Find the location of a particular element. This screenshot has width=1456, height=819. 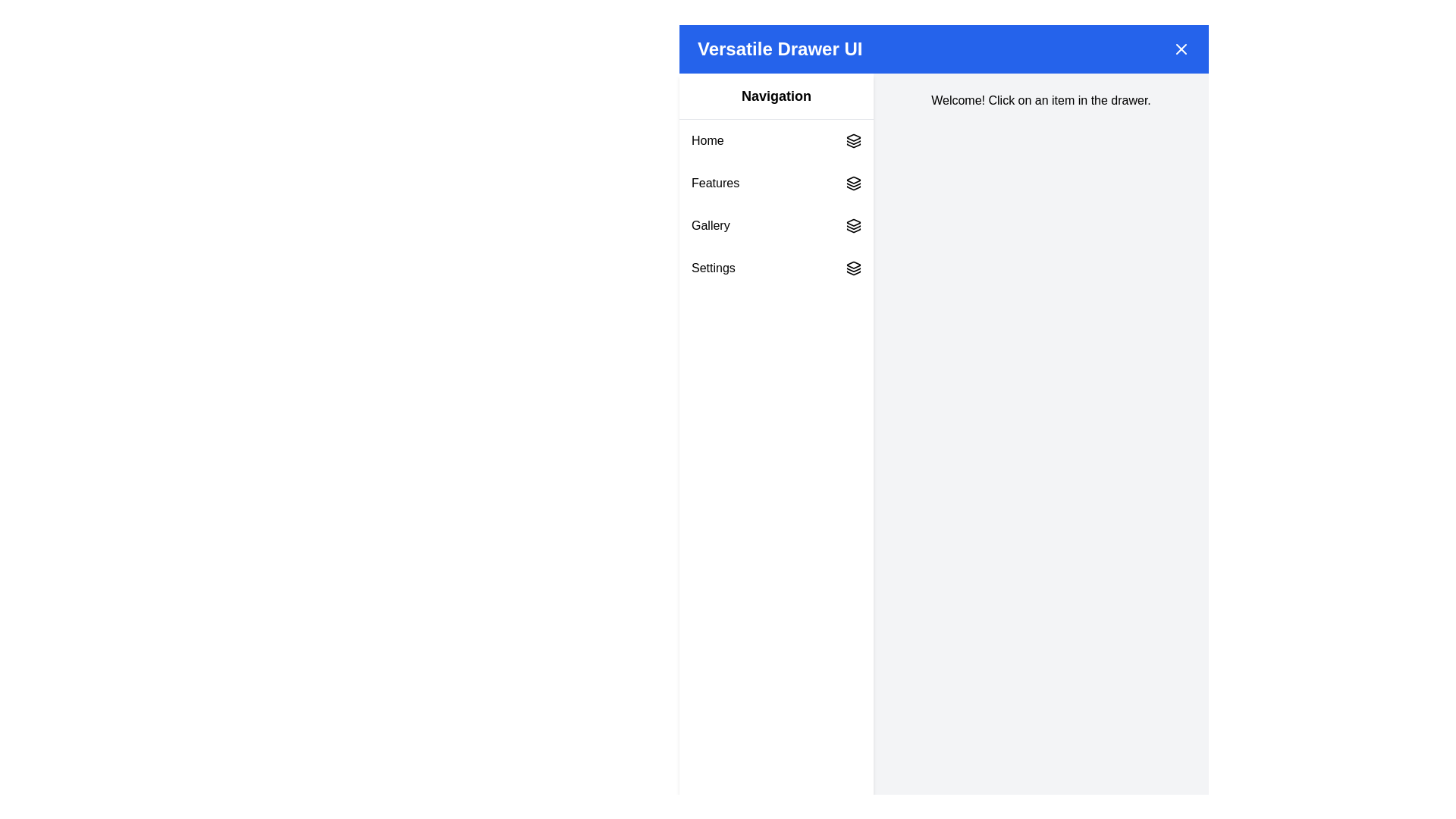

the second layer icon in the Gallery section of the navigation panel, which represents grouped features within the UI is located at coordinates (854, 227).